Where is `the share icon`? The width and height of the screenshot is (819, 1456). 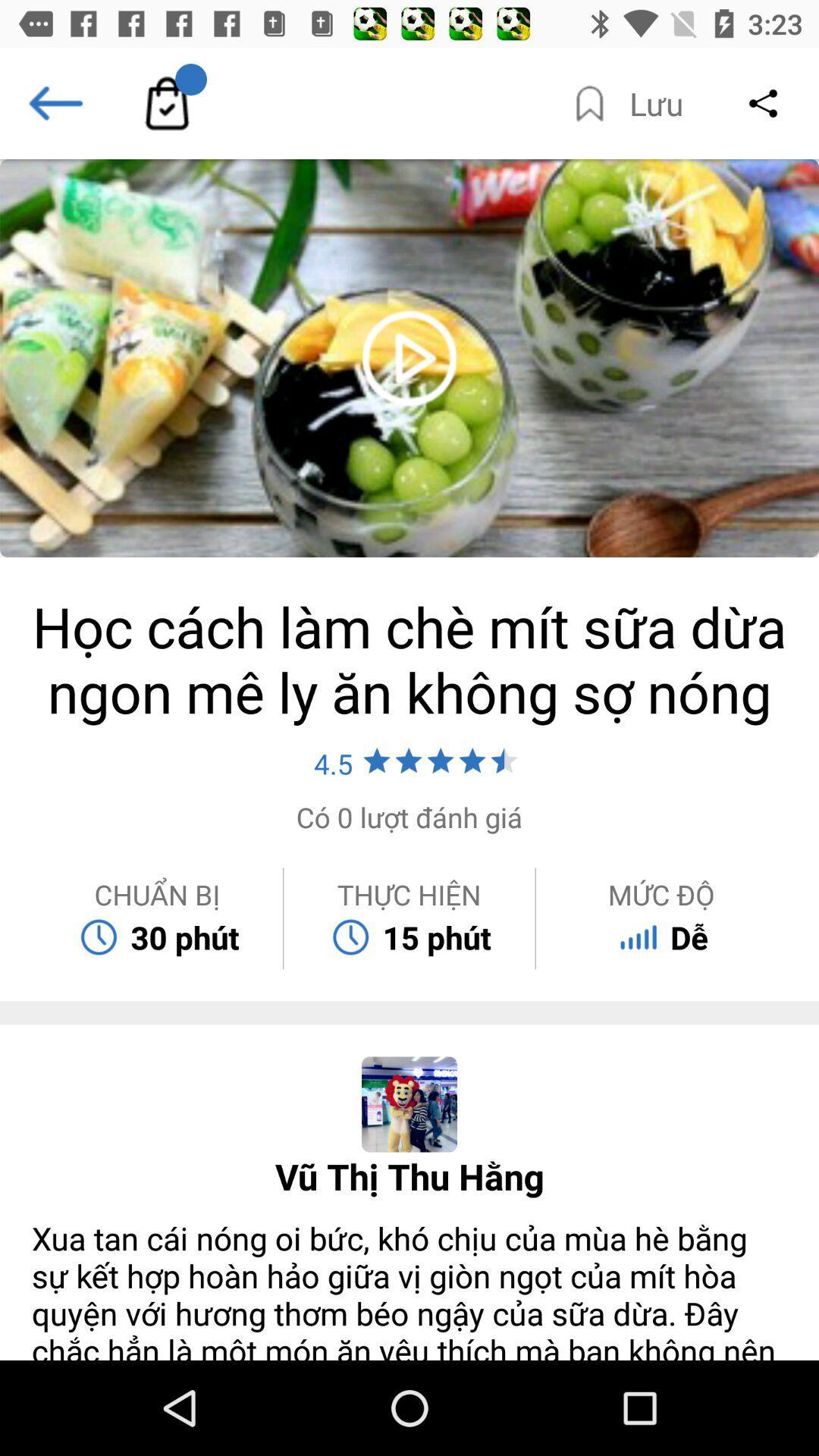
the share icon is located at coordinates (763, 102).